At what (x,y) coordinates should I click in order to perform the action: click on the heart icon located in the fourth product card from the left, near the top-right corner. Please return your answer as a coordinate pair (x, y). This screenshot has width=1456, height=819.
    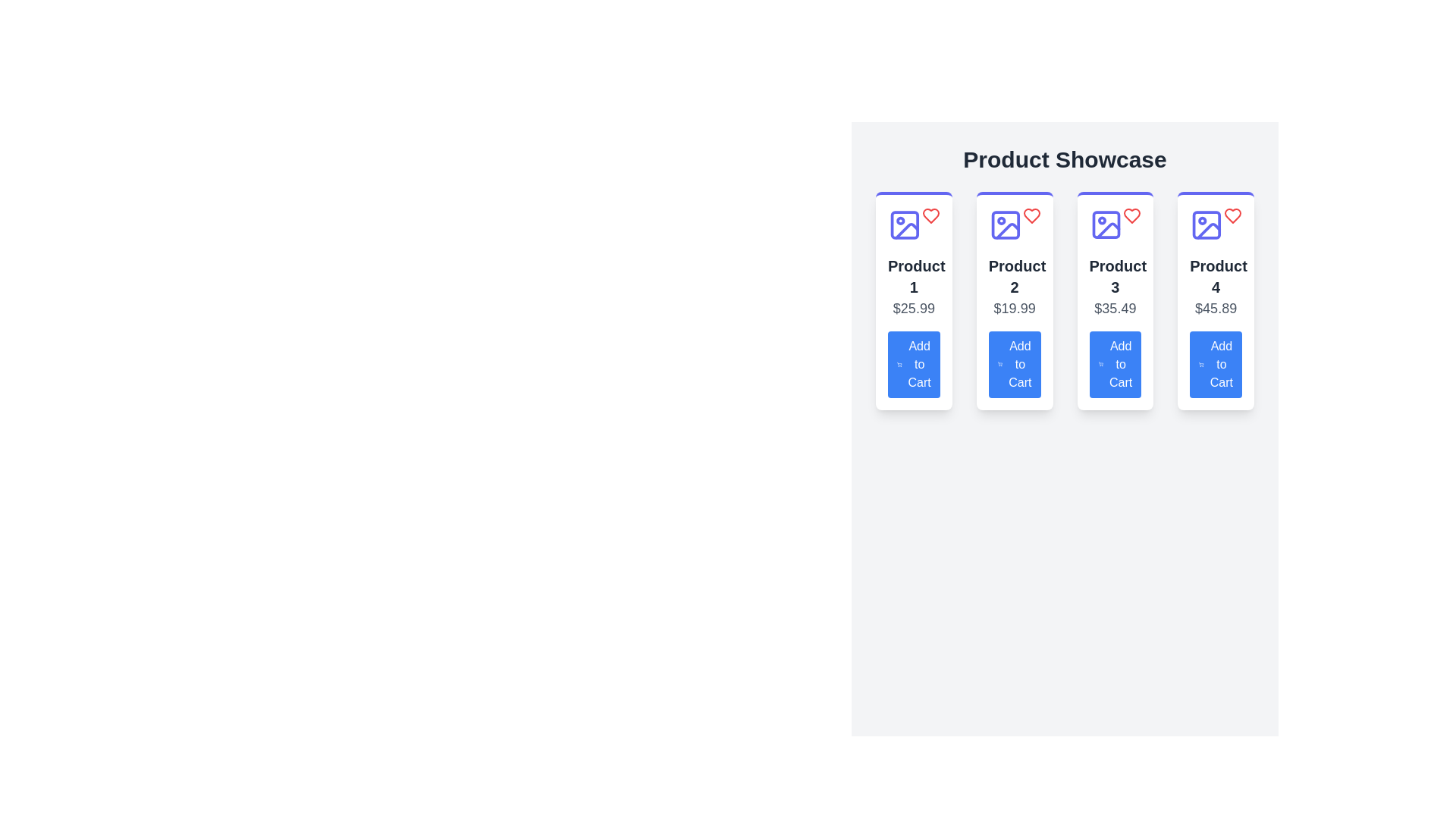
    Looking at the image, I should click on (1233, 216).